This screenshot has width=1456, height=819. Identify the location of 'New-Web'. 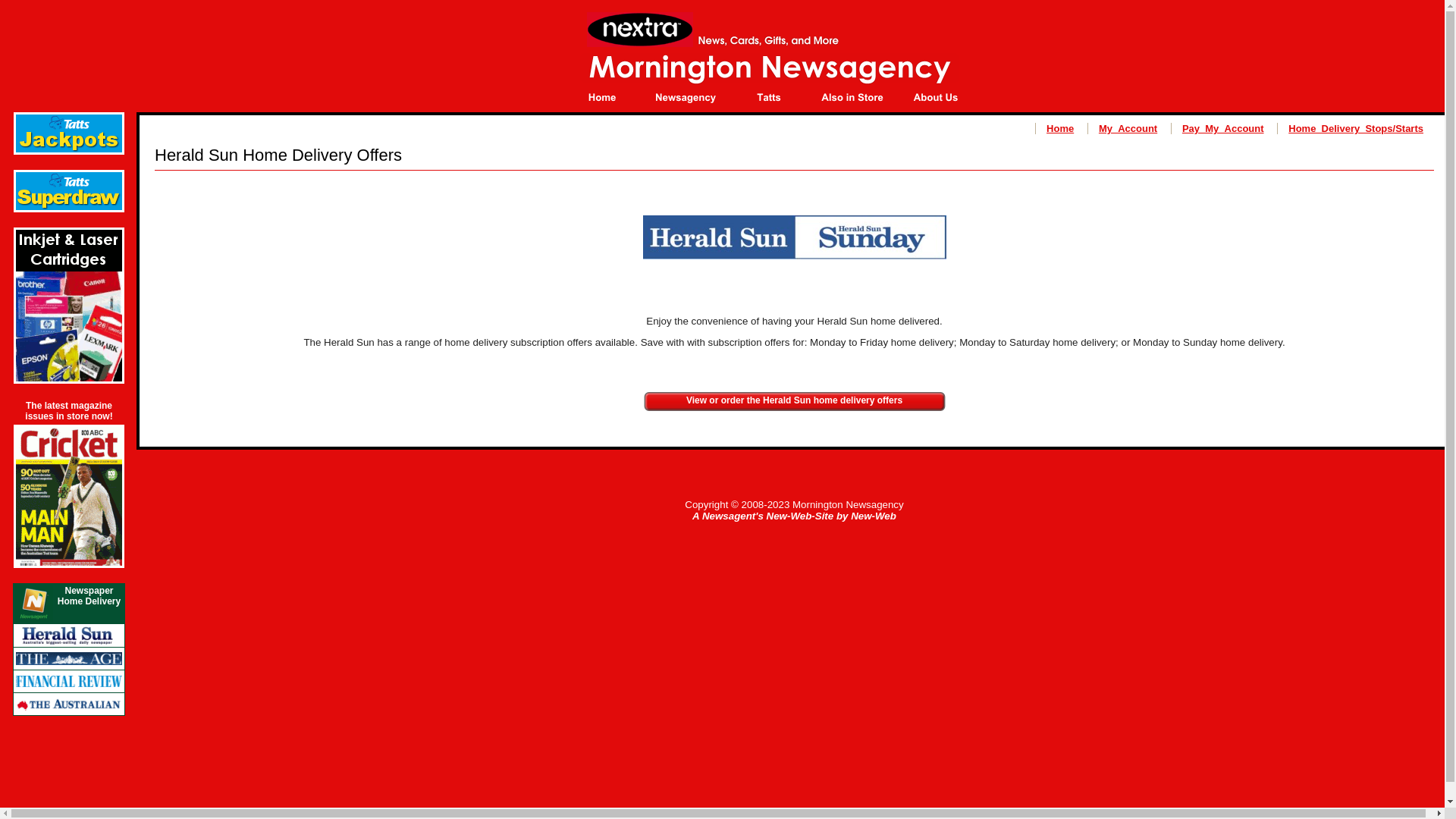
(874, 515).